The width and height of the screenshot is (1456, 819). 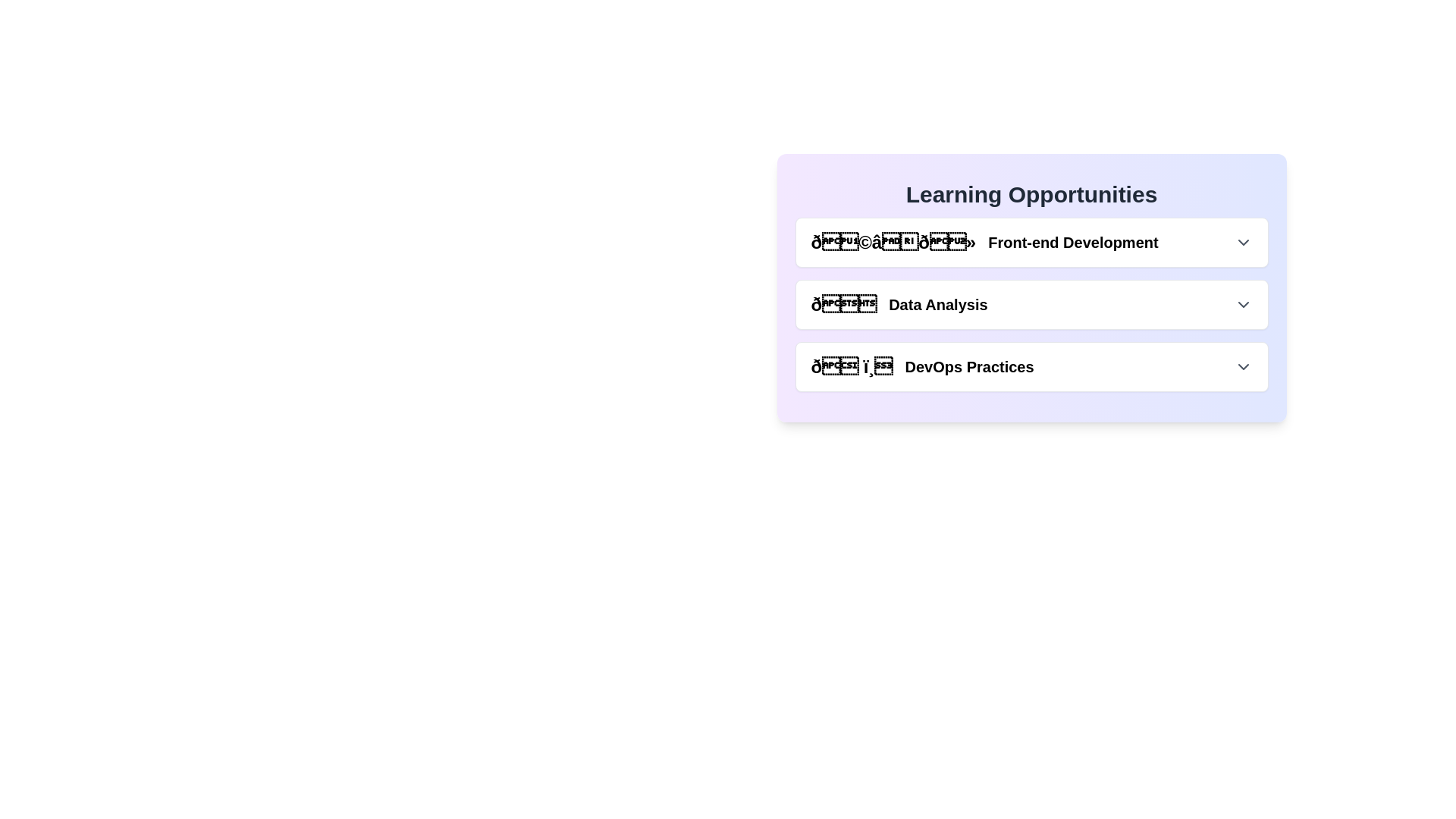 I want to click on the Interactive dropdown or button component for 'Front-end Development' located in the 'Learning Opportunities' section, so click(x=1031, y=242).